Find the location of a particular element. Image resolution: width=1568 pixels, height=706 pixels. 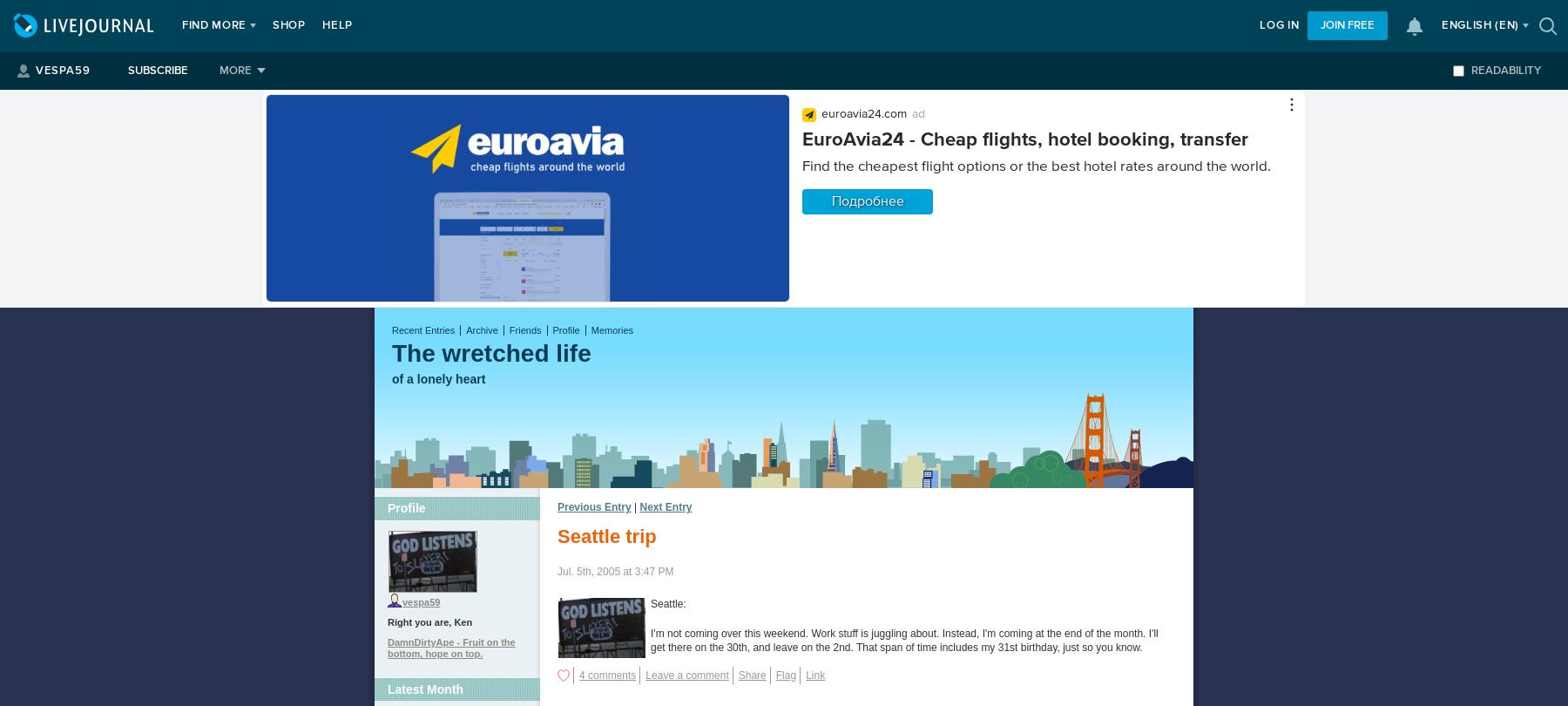

'Recent Entries' is located at coordinates (422, 329).